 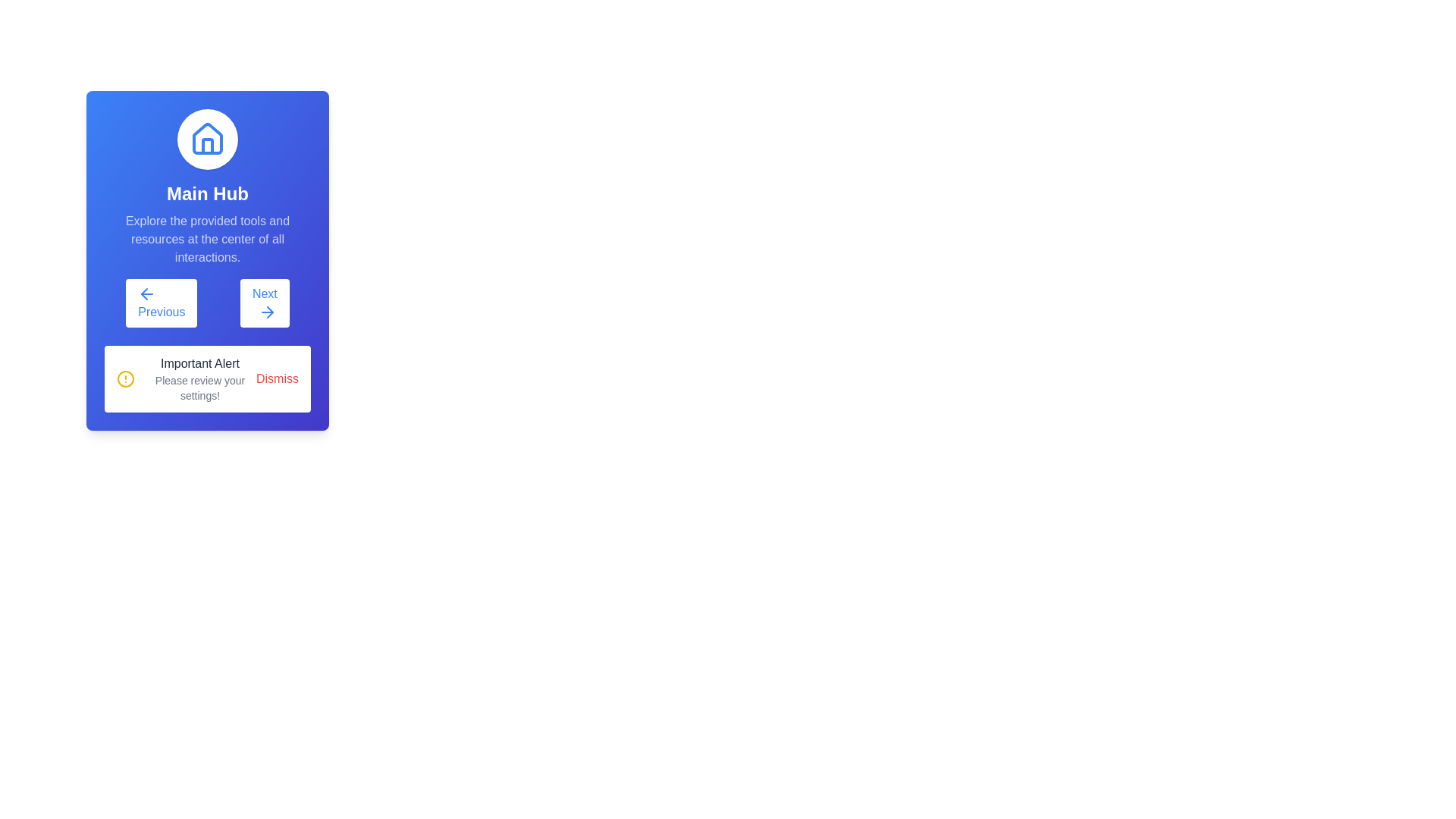 I want to click on the dismiss text link located in the bottom right corner of the notification box containing a yellow alert icon and the messages 'Important Alert' and 'Please review your settings!', so click(x=277, y=378).